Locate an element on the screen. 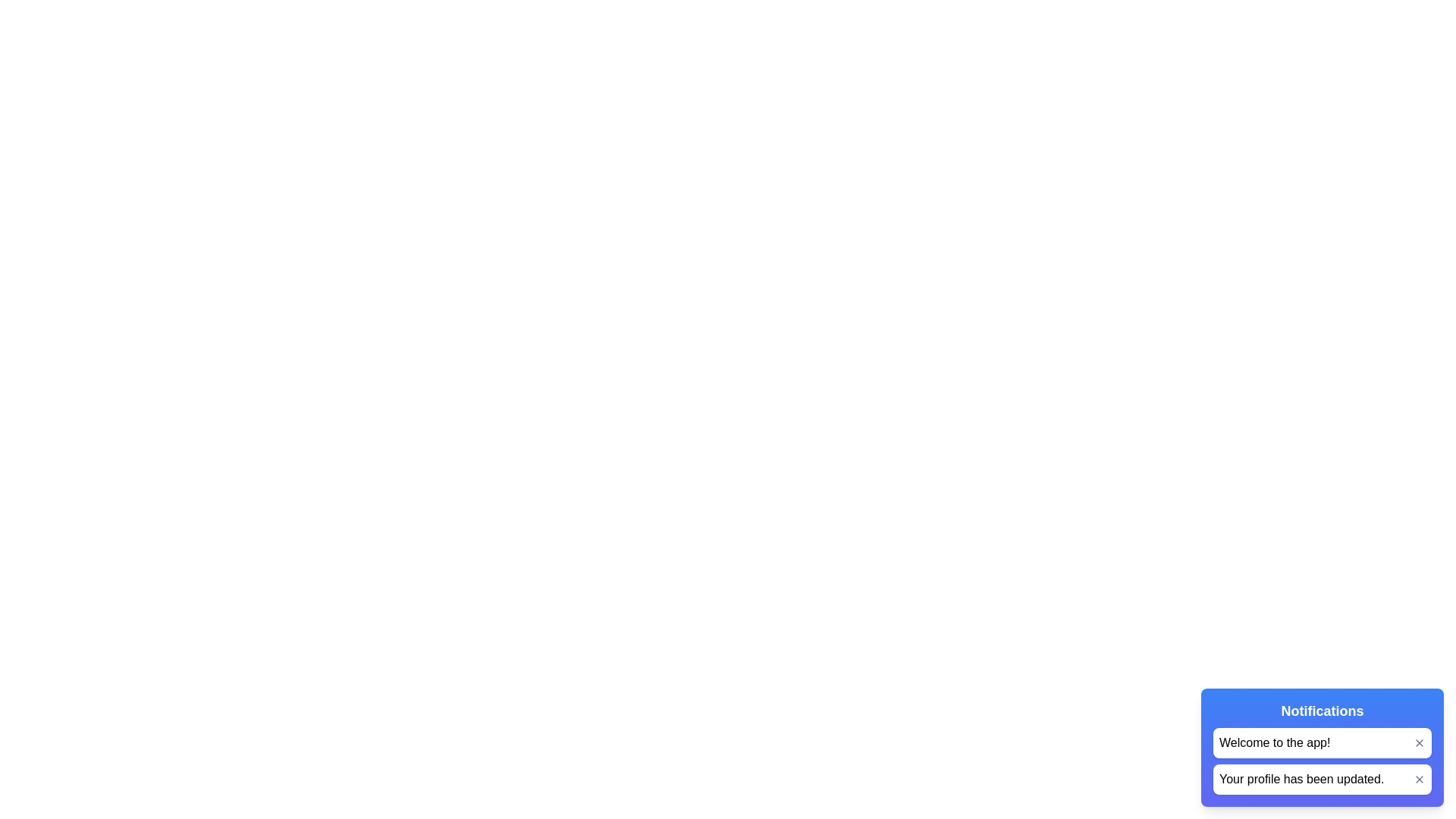 The width and height of the screenshot is (1456, 819). the text label that identifies the purpose of the notification section as 'Notifications' located at the top of the notification card in the bottom-right corner of the interface is located at coordinates (1321, 711).